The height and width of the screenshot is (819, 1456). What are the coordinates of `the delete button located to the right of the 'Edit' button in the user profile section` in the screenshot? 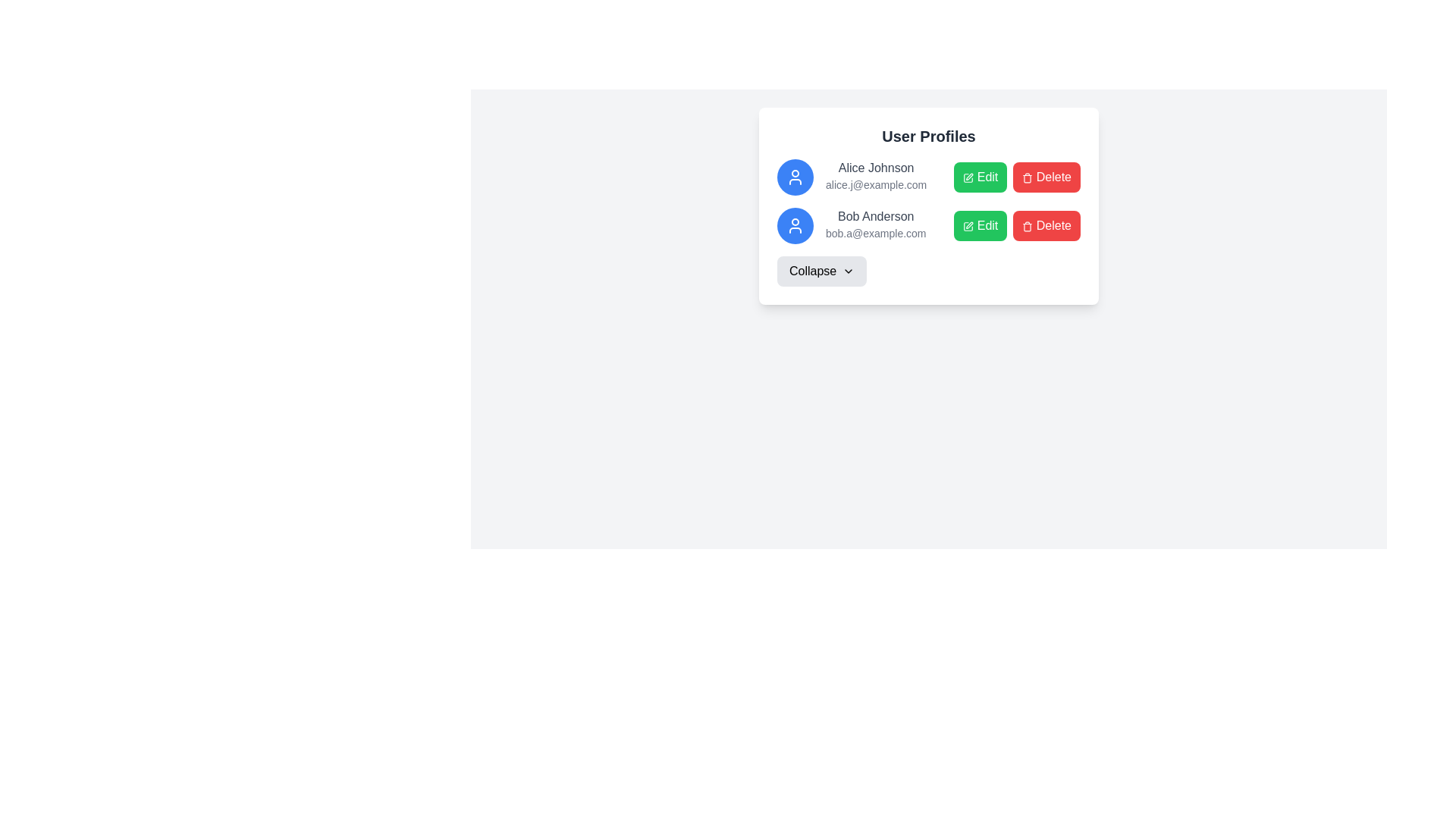 It's located at (1046, 177).